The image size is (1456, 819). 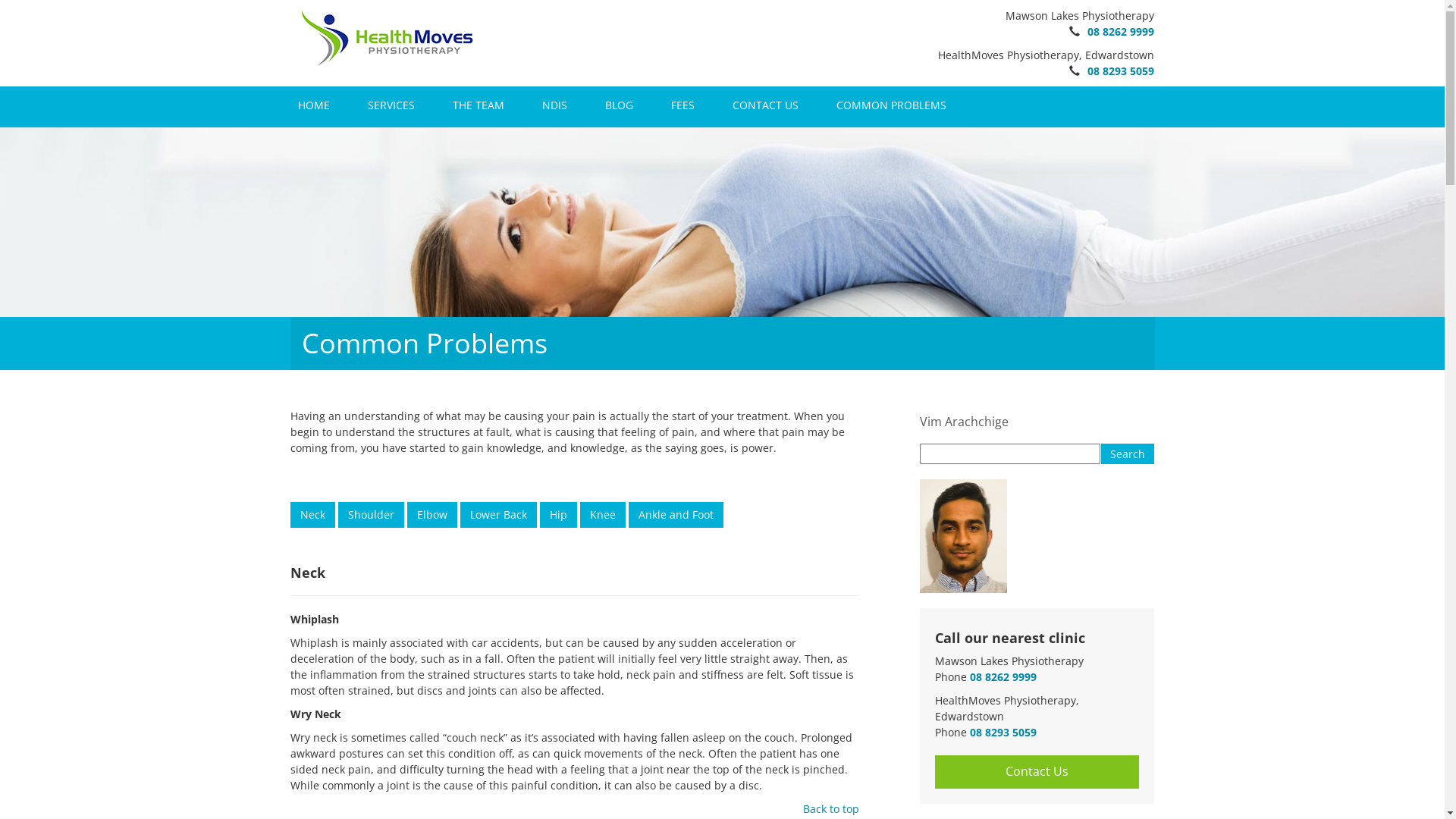 I want to click on 'Search', so click(x=1128, y=453).